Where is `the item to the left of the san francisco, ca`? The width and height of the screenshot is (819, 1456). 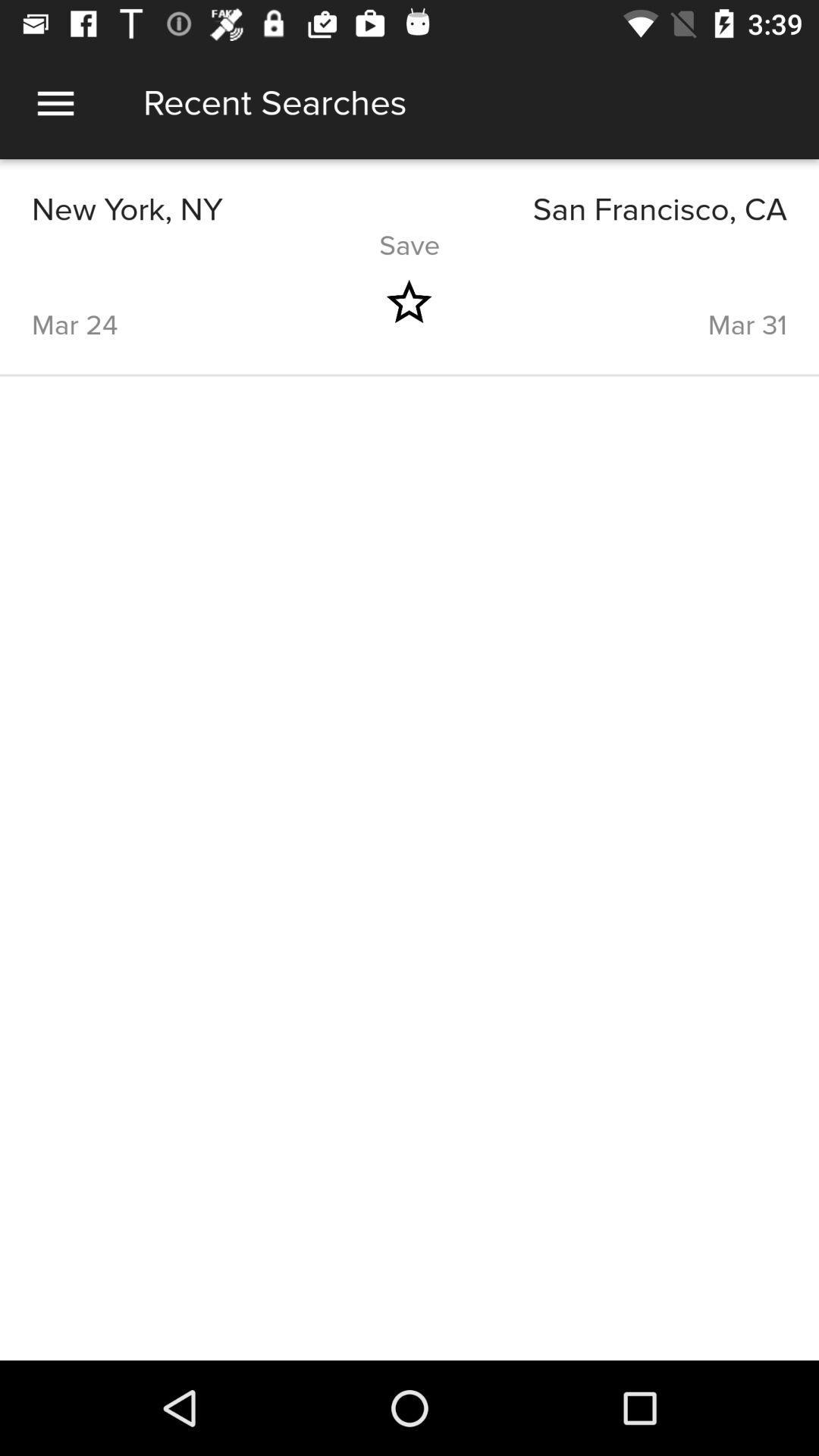 the item to the left of the san francisco, ca is located at coordinates (220, 209).